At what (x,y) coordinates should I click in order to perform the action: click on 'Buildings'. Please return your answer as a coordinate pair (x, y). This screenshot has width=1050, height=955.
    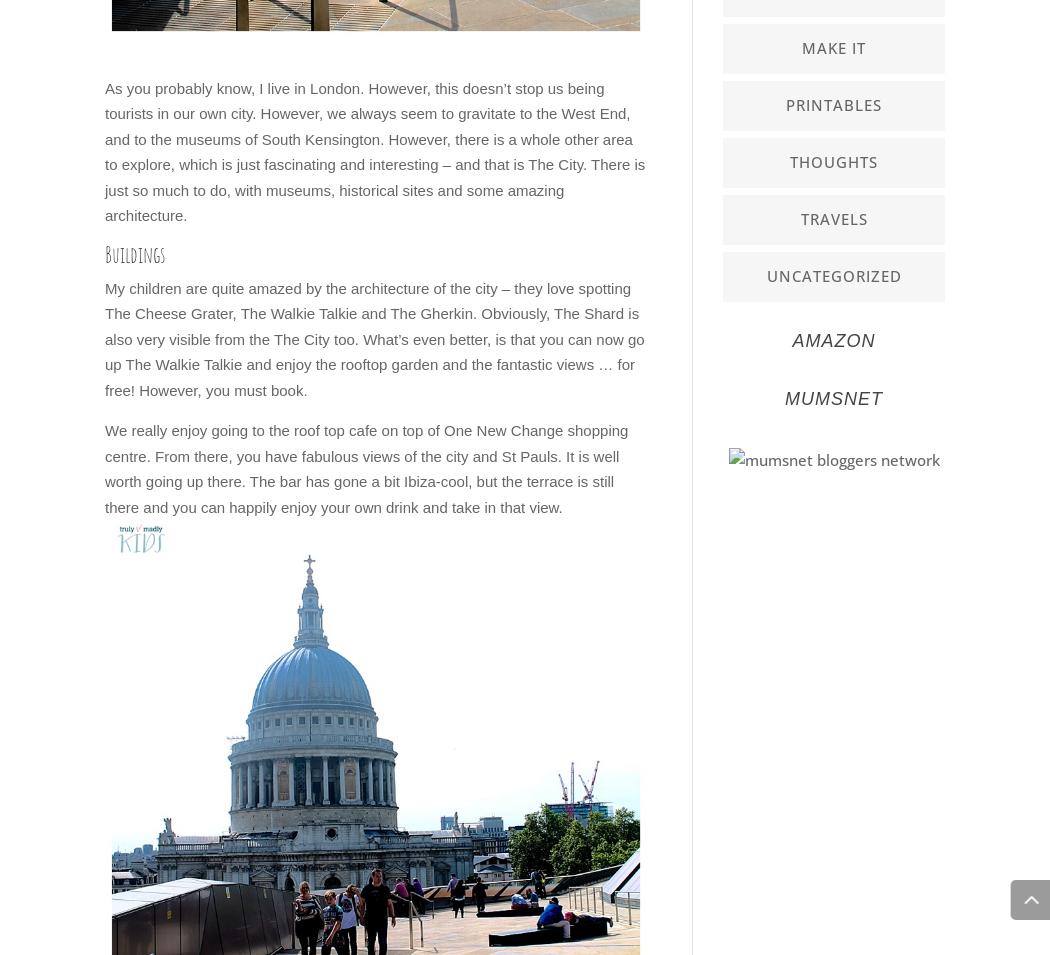
    Looking at the image, I should click on (134, 253).